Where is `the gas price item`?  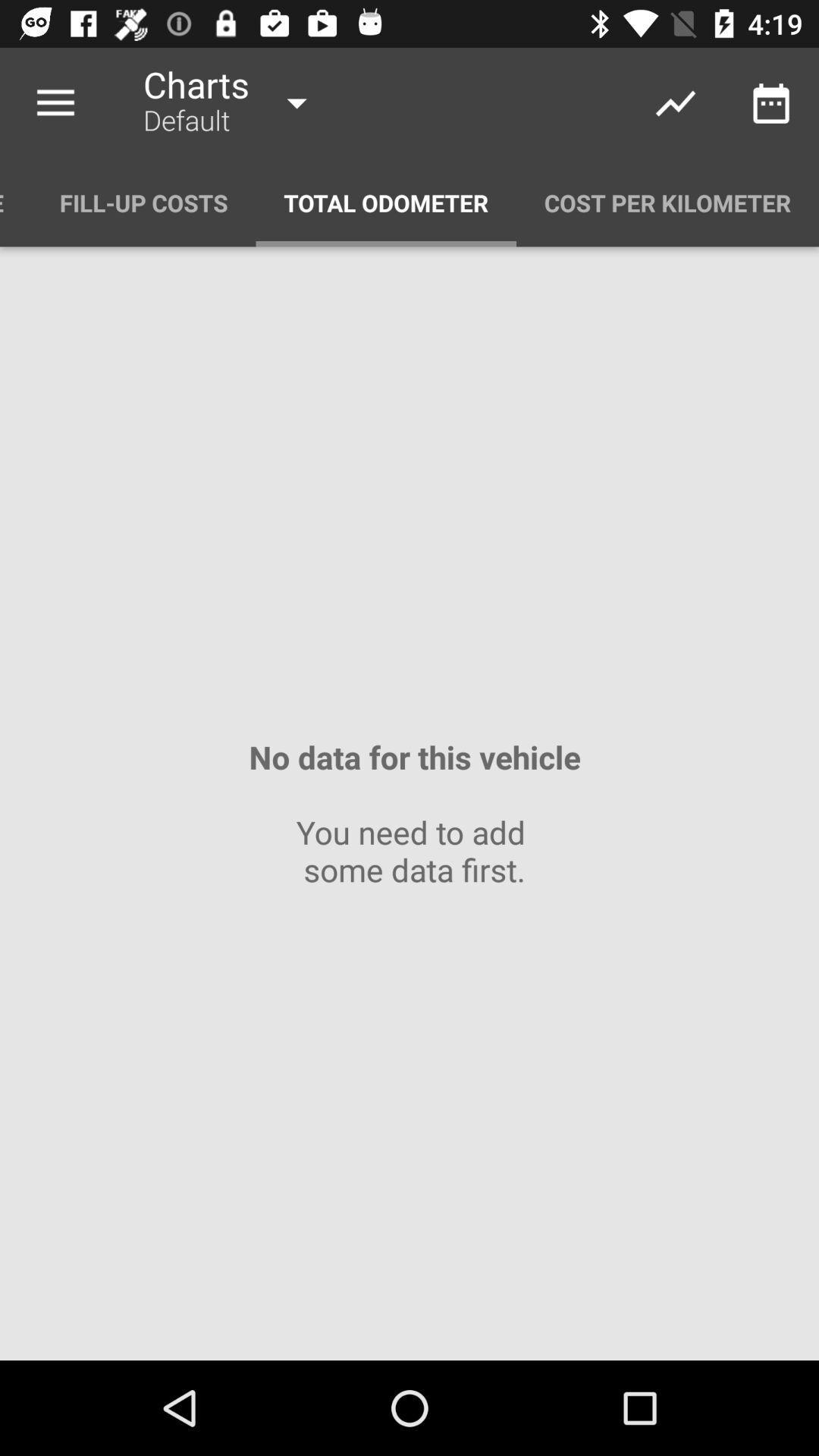
the gas price item is located at coordinates (15, 202).